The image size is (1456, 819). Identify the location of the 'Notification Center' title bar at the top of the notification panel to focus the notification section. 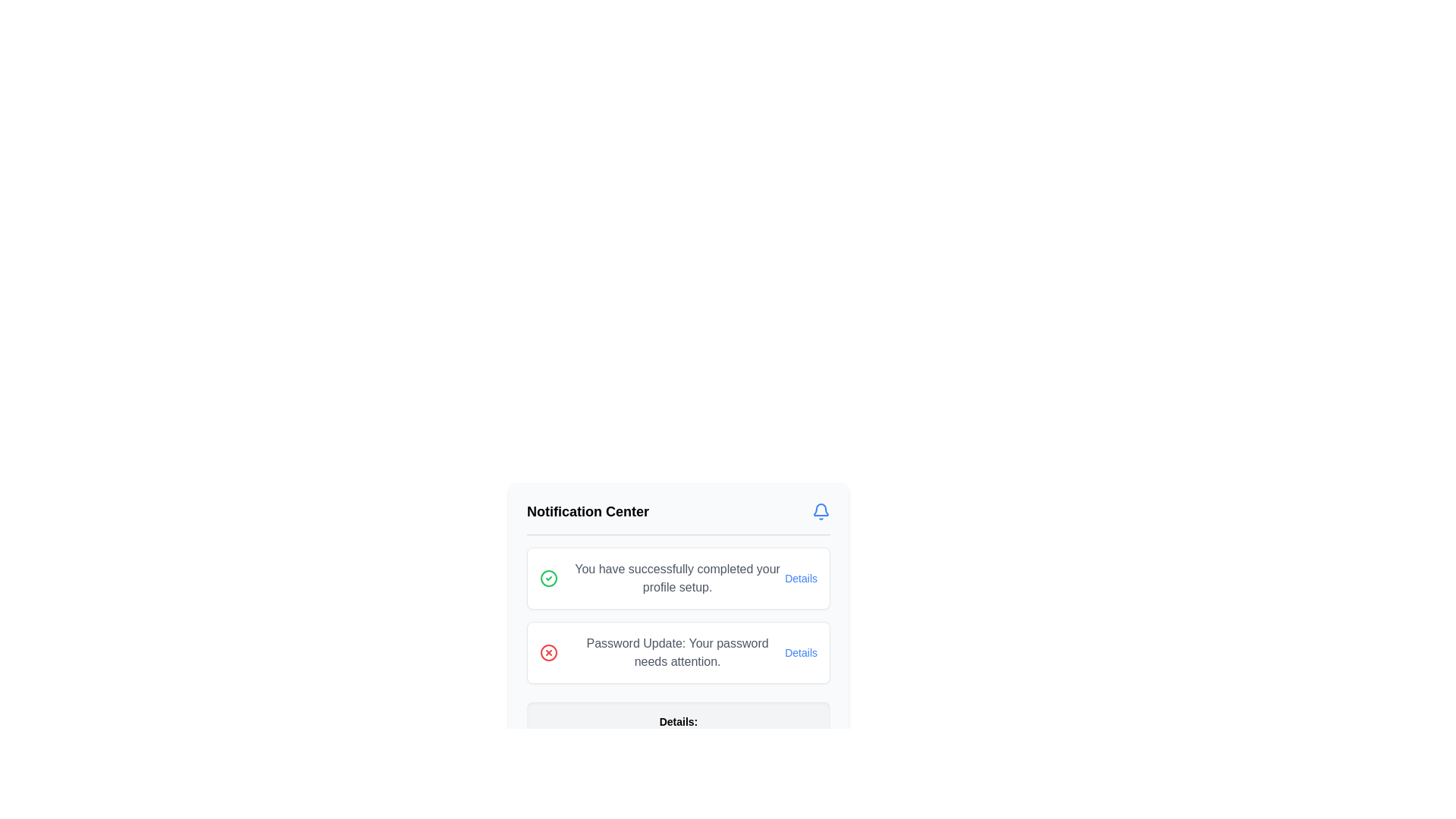
(677, 516).